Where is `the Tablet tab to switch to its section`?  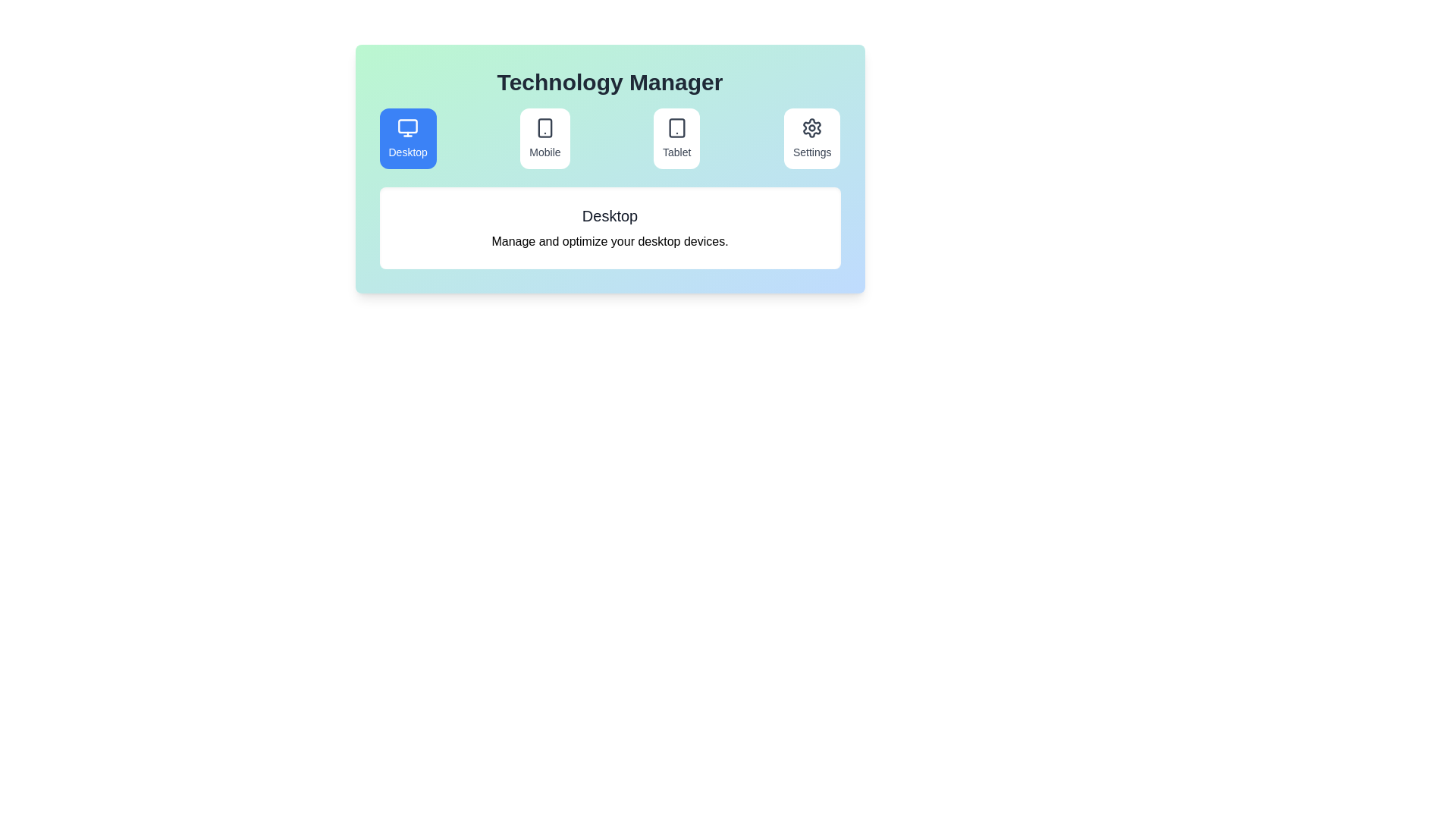
the Tablet tab to switch to its section is located at coordinates (676, 138).